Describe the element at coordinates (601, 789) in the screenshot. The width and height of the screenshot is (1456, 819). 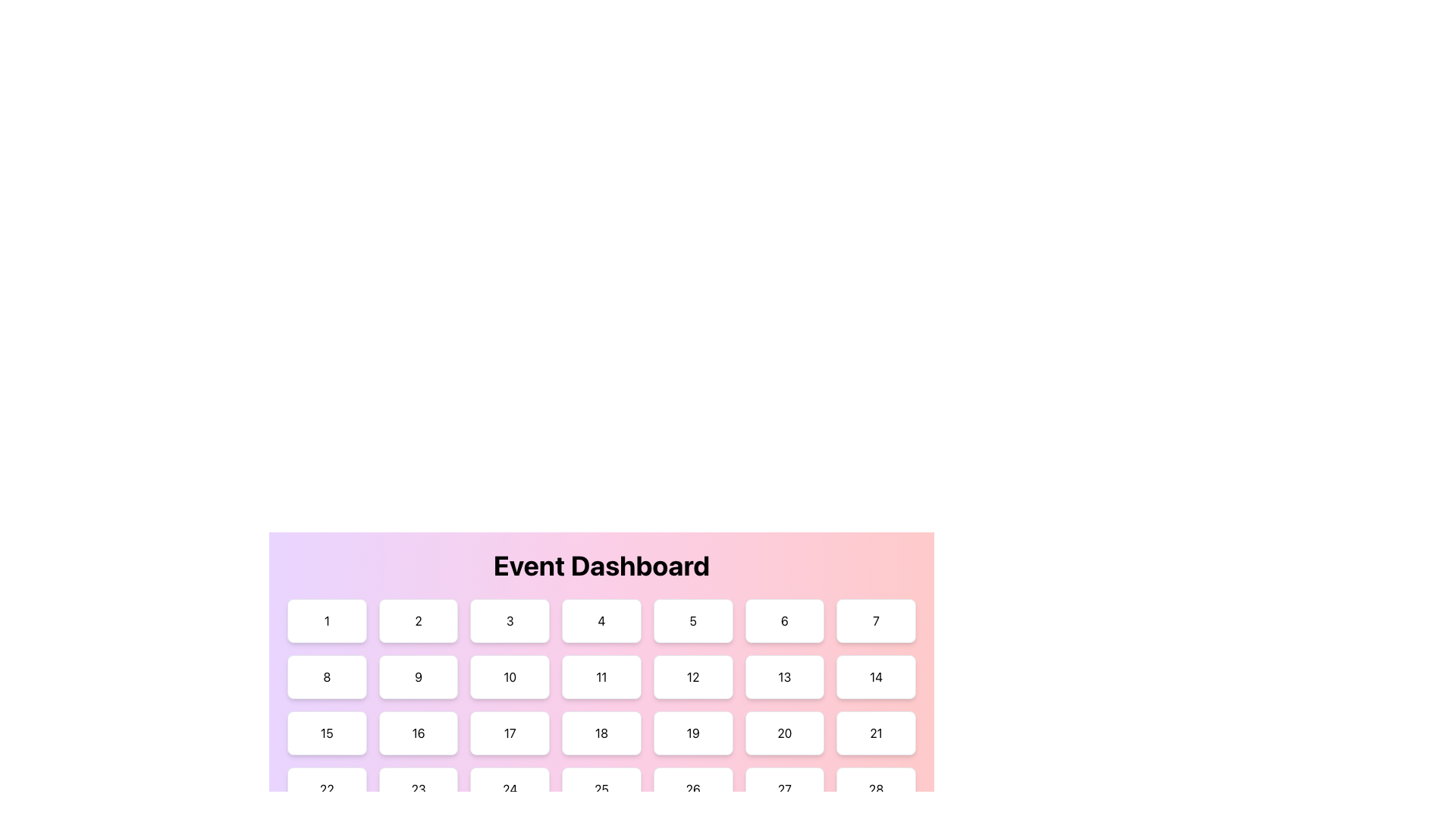
I see `the button labeled '25' located in the fourth row and fourth column of the grid under the 'Event Dashboard' heading for navigation` at that location.